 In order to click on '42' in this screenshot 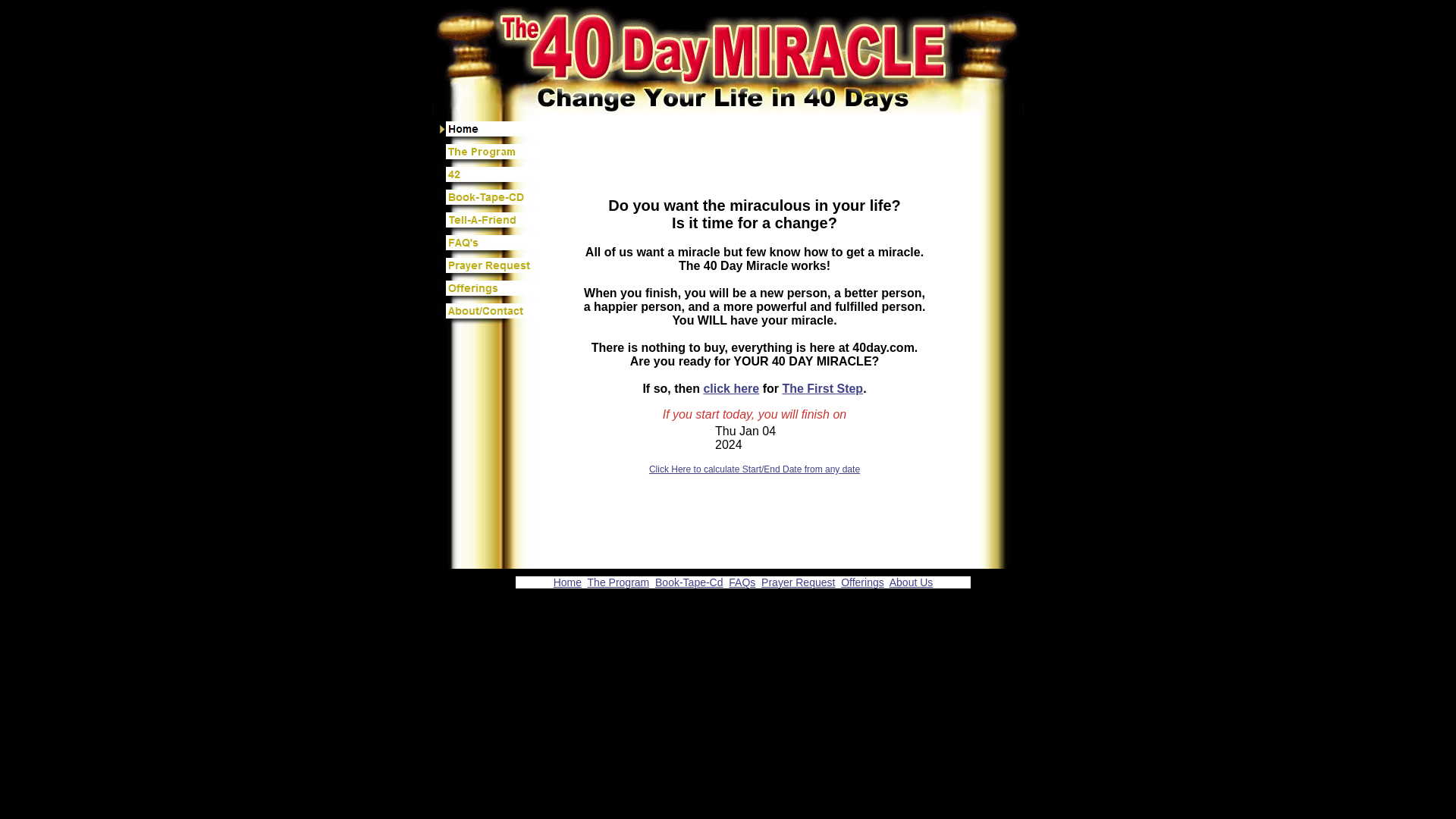, I will do `click(488, 177)`.